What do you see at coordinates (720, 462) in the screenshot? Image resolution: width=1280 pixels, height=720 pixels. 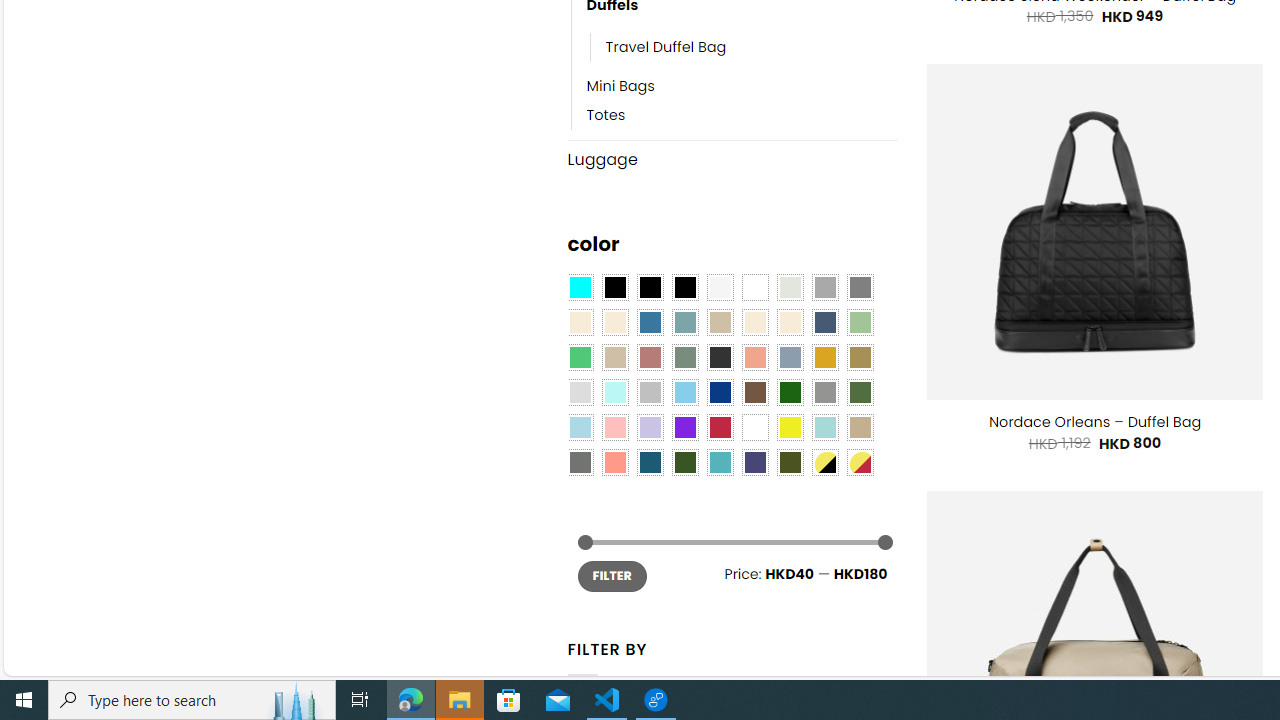 I see `'Teal'` at bounding box center [720, 462].